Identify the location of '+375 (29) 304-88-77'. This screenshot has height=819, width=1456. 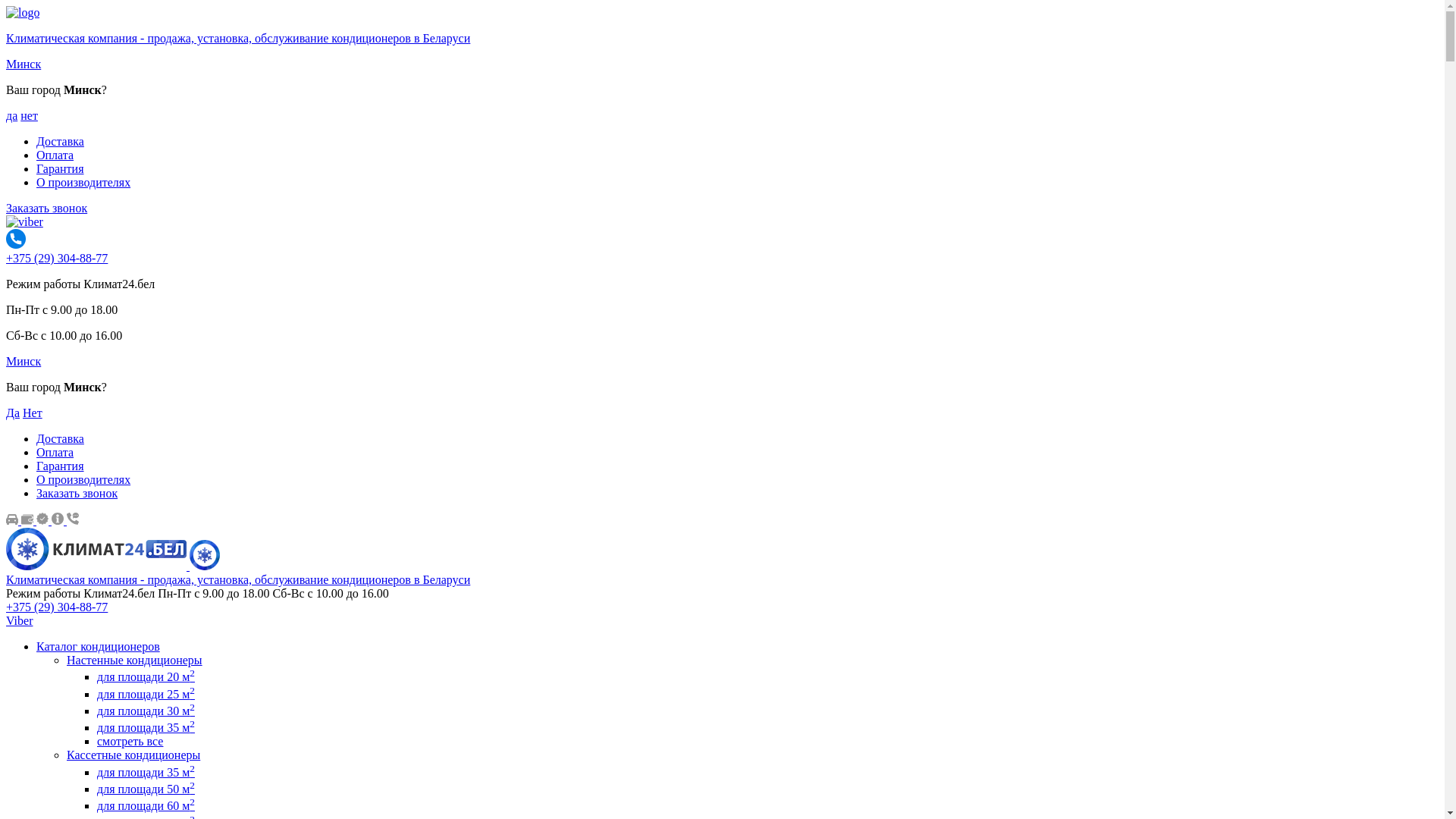
(6, 257).